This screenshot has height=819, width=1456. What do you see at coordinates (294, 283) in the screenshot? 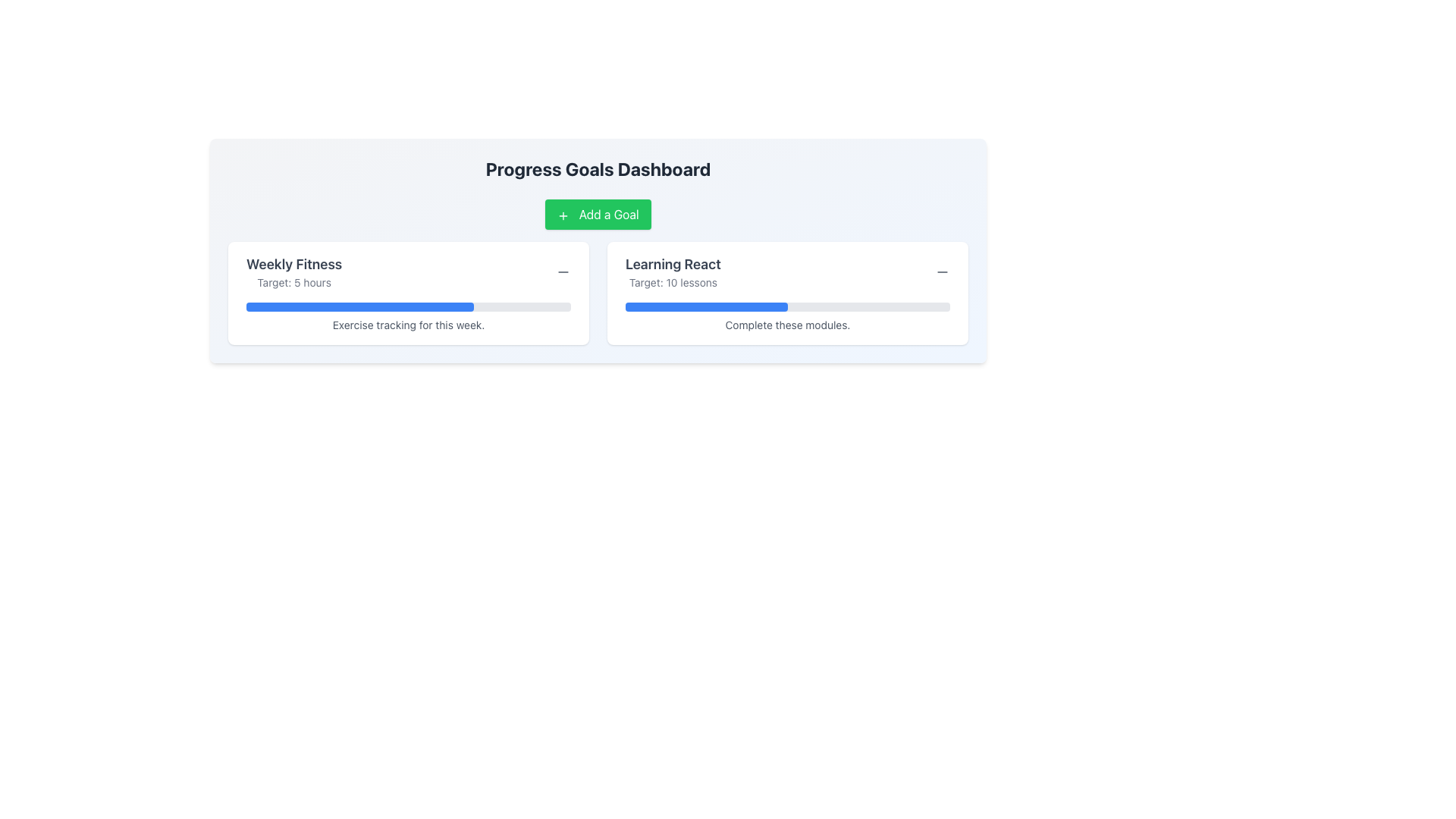
I see `the Static Text Label displaying 'Target: 5 hours', which is located below the 'Weekly Fitness' heading in the upper left quarter of the interface` at bounding box center [294, 283].